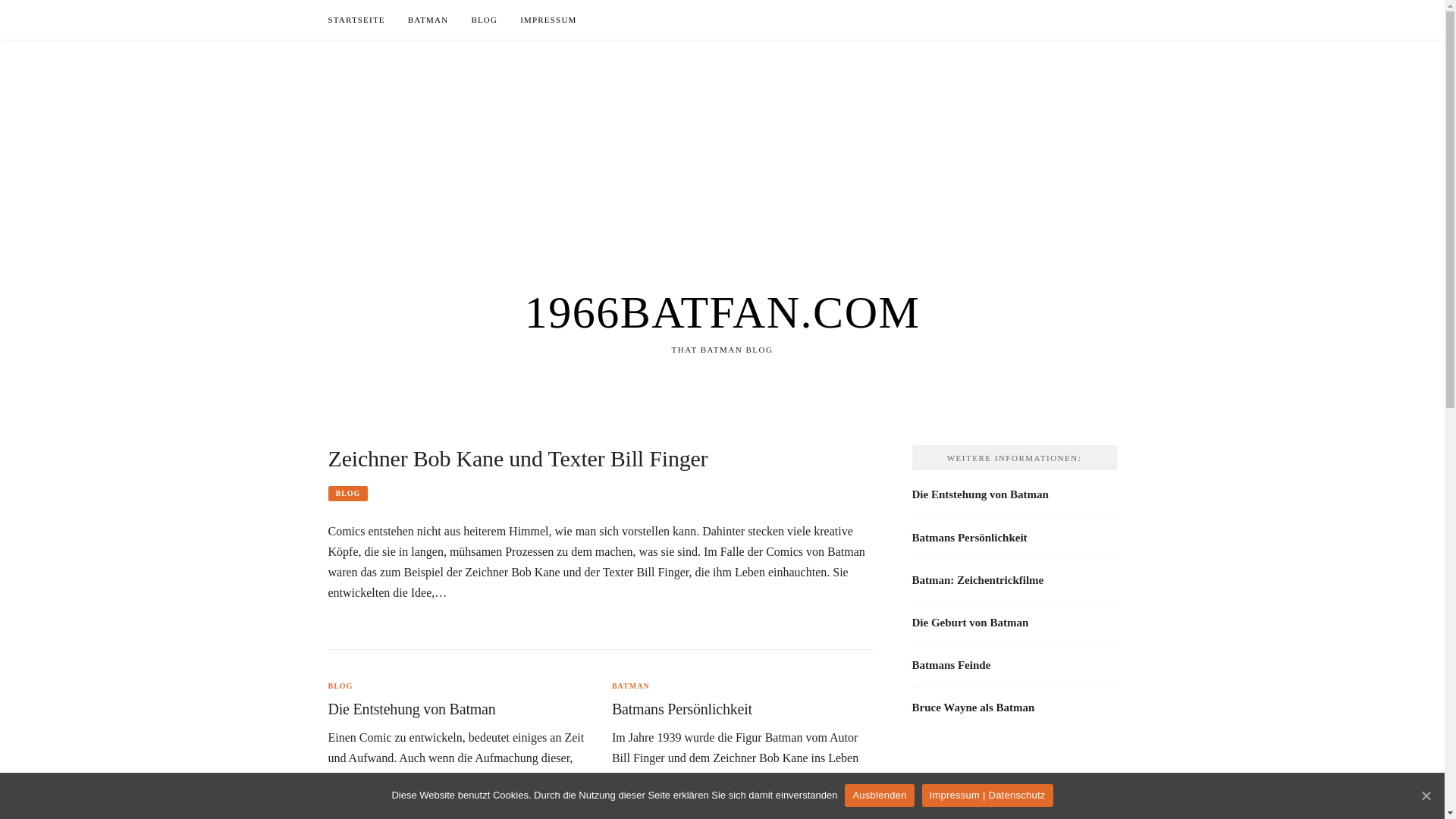 This screenshot has height=819, width=1456. Describe the element at coordinates (548, 20) in the screenshot. I see `'IMPRESSUM'` at that location.